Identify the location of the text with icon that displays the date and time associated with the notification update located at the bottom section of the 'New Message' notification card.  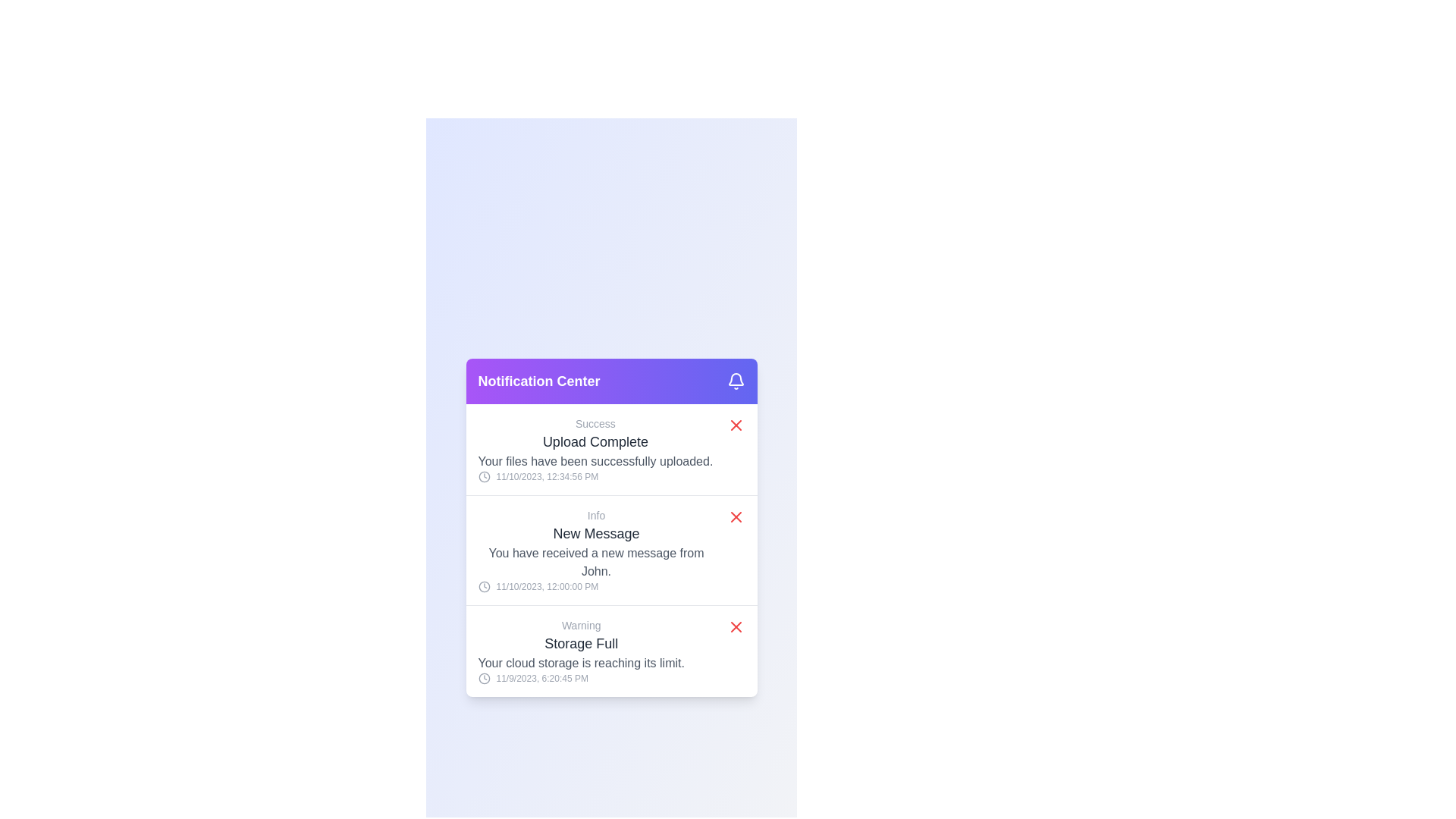
(595, 586).